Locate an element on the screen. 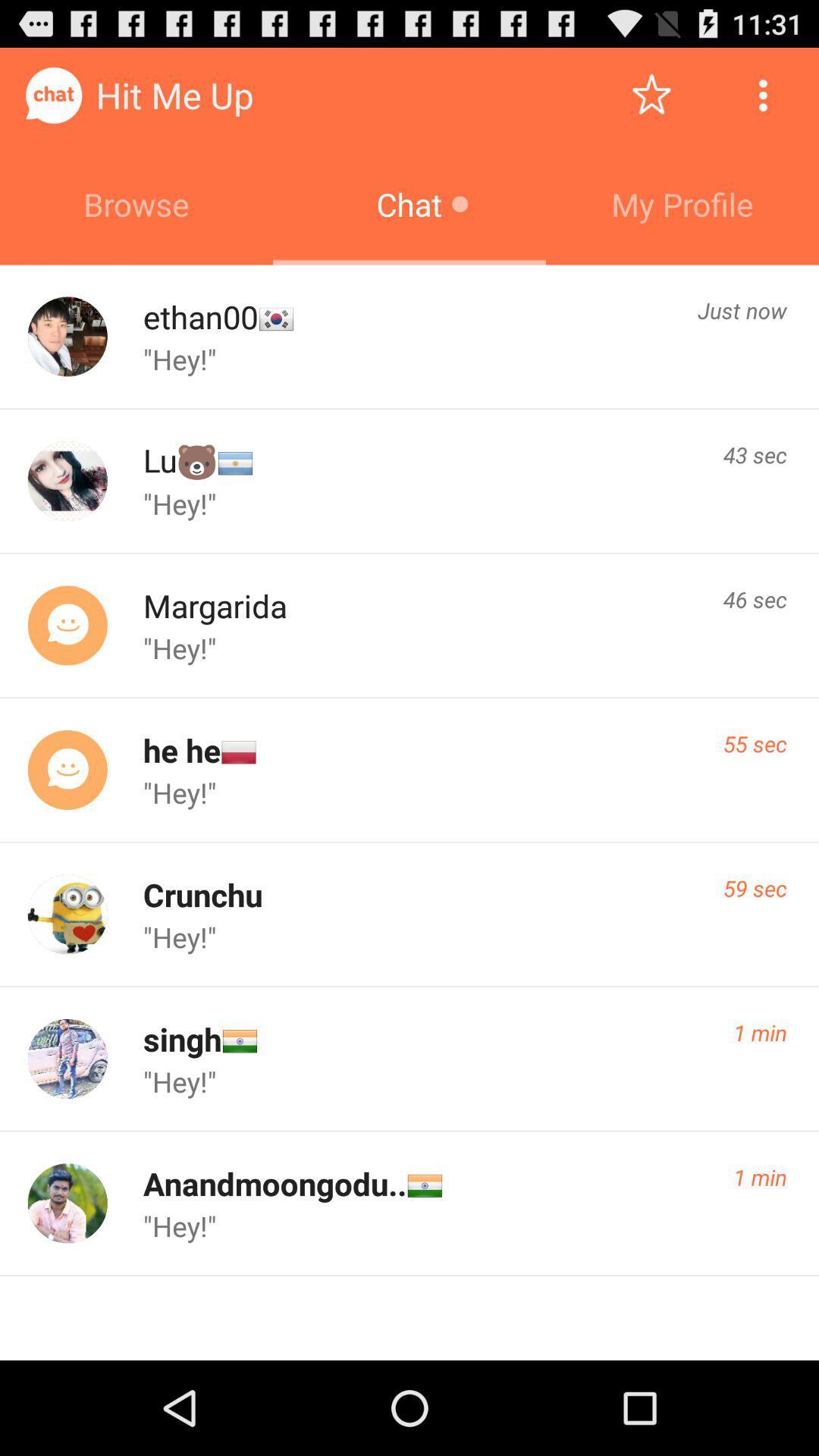 The height and width of the screenshot is (1456, 819). icon below browse icon is located at coordinates (199, 315).